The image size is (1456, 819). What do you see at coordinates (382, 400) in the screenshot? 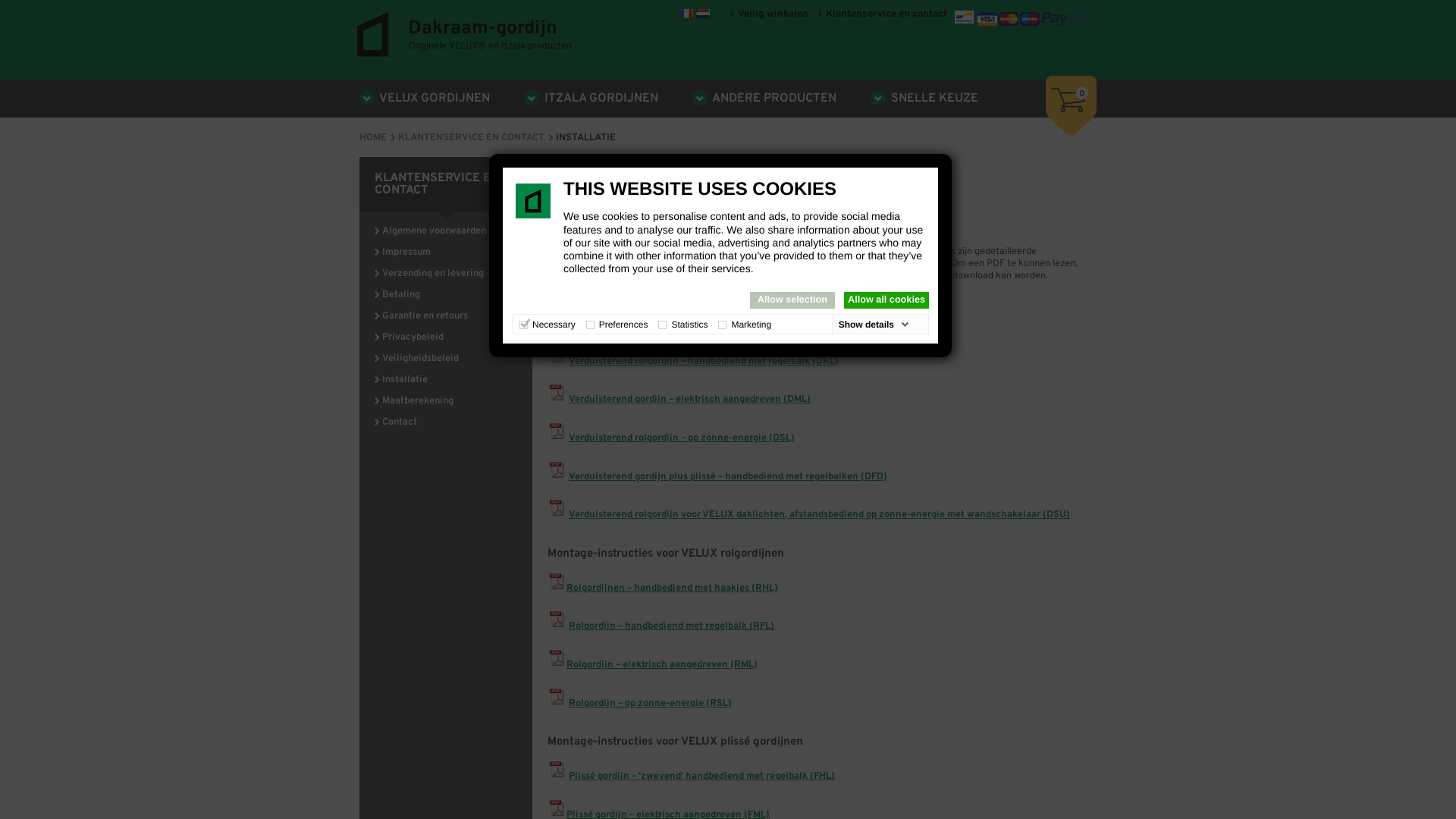
I see `'Maatberekening'` at bounding box center [382, 400].